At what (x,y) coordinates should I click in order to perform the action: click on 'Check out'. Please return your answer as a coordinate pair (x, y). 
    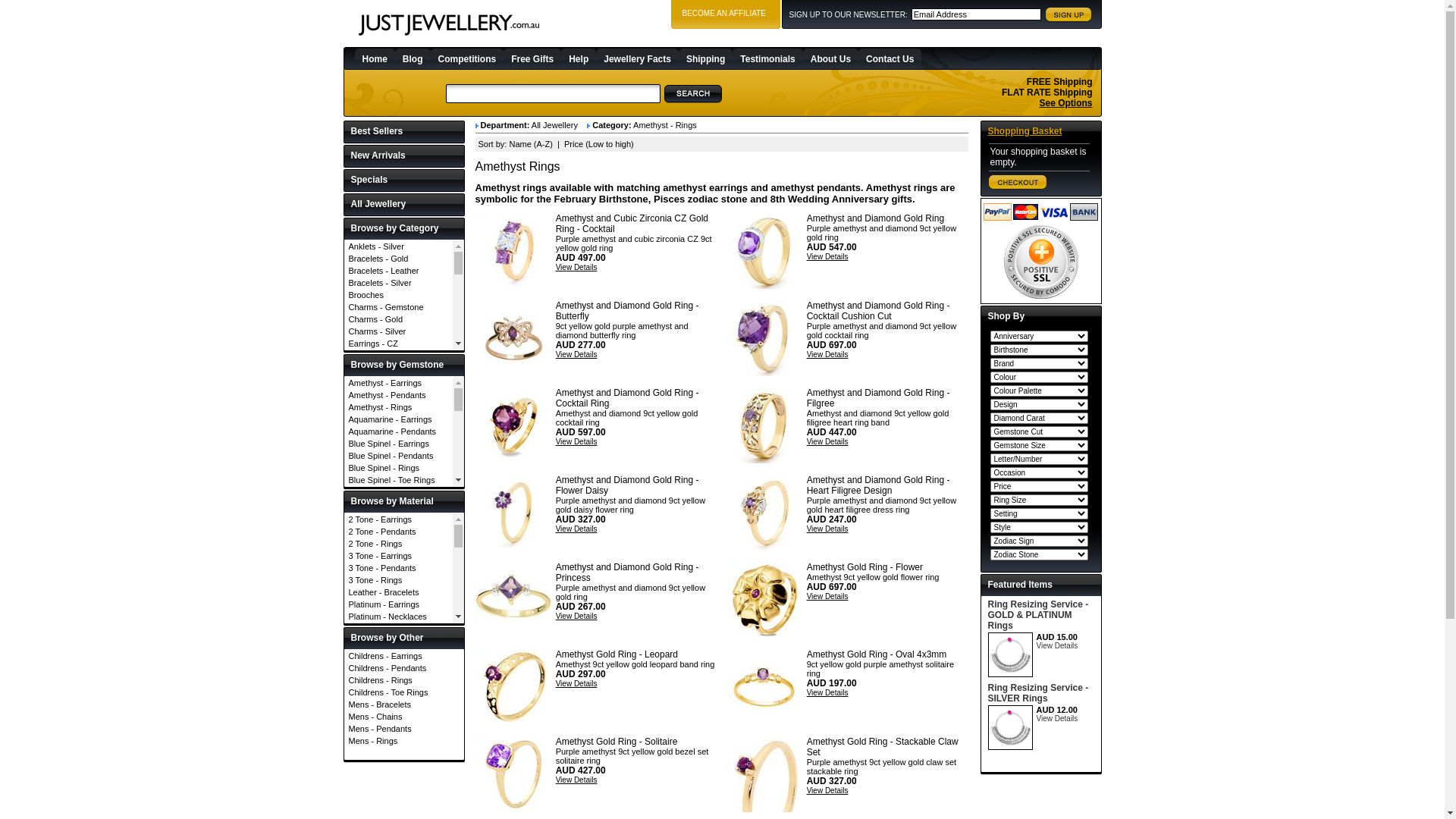
    Looking at the image, I should click on (1018, 181).